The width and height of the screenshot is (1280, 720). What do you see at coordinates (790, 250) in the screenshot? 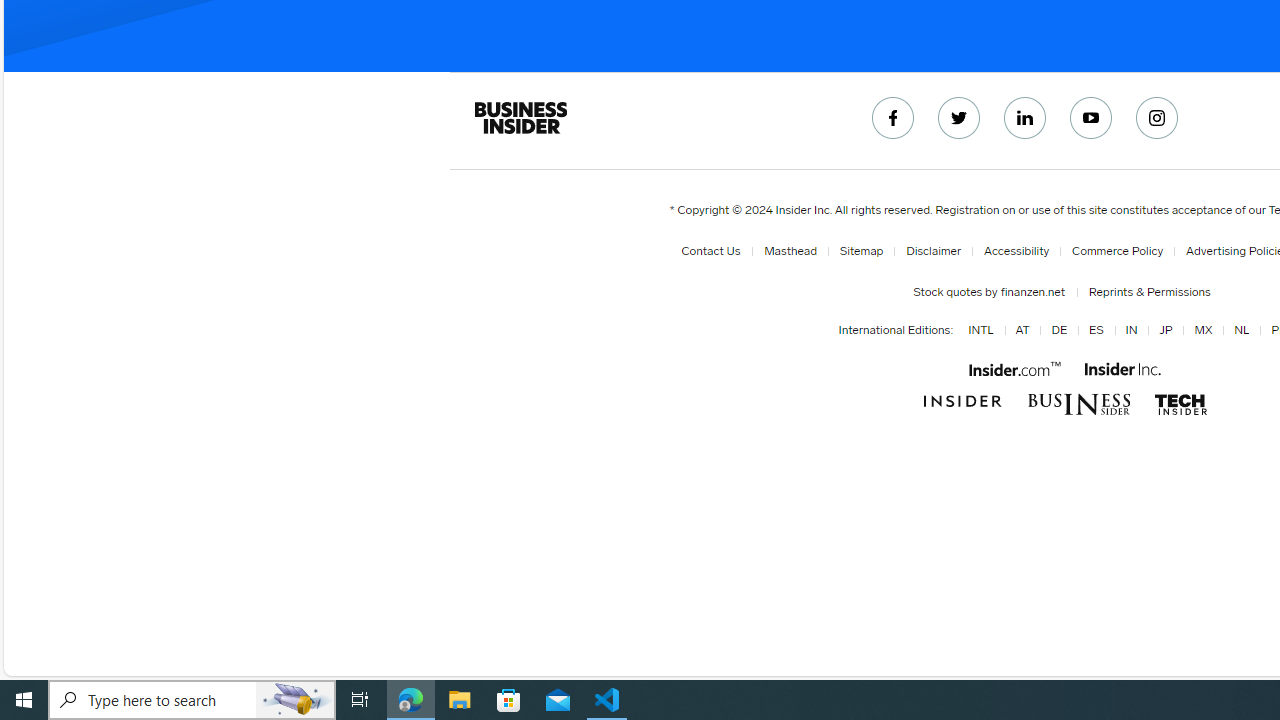
I see `'Masthead'` at bounding box center [790, 250].